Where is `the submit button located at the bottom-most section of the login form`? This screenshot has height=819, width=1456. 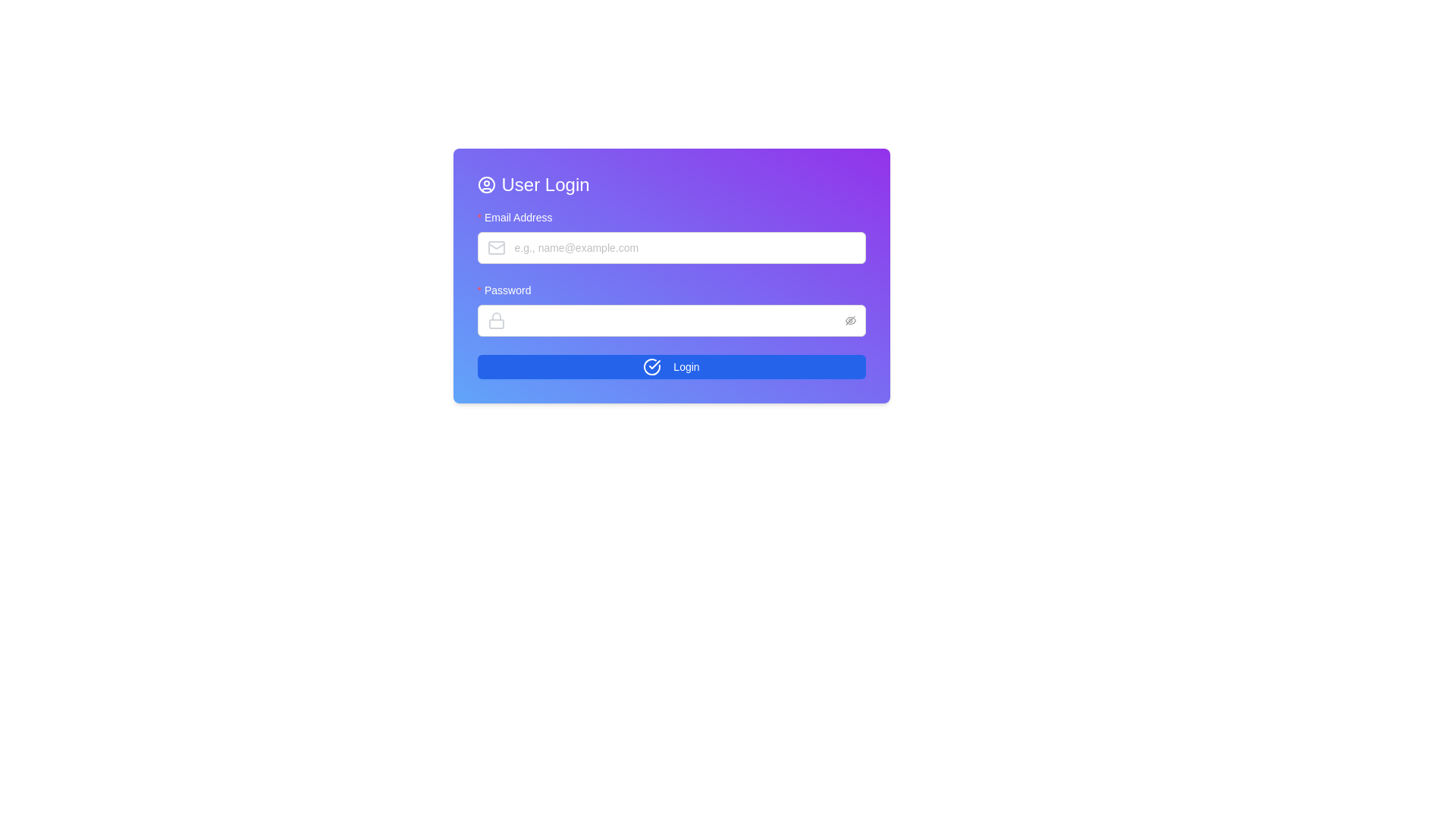 the submit button located at the bottom-most section of the login form is located at coordinates (670, 366).